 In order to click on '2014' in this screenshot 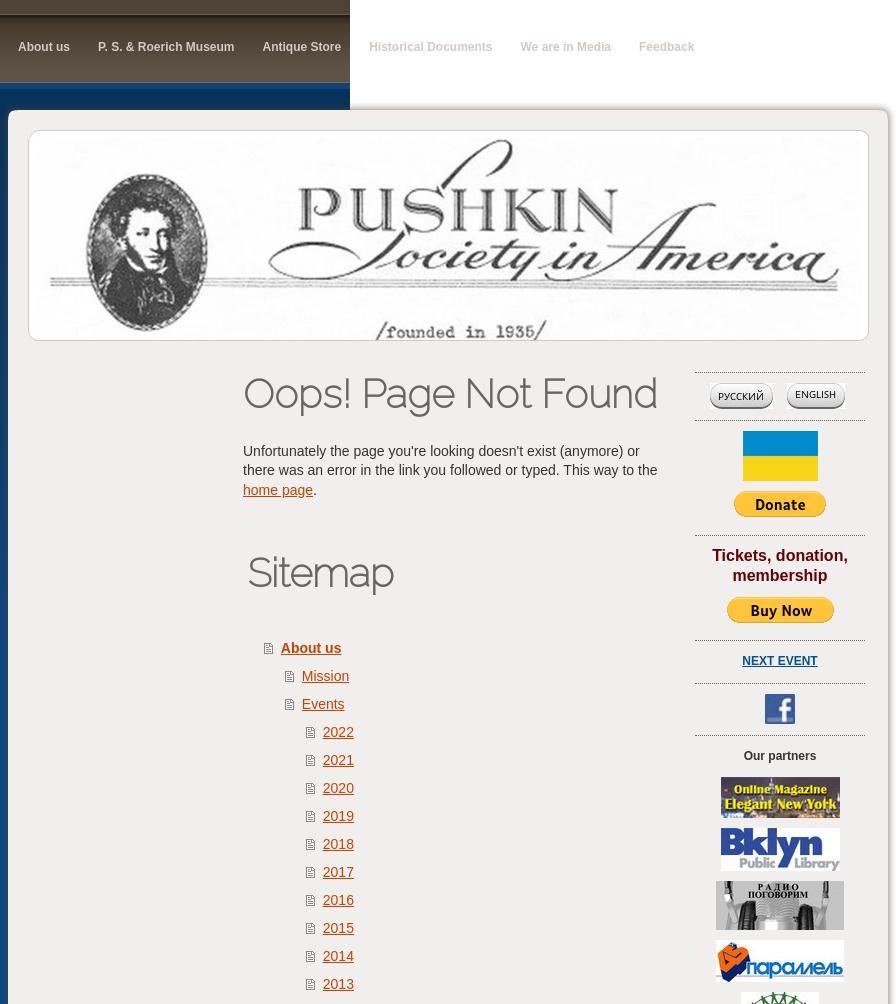, I will do `click(337, 954)`.